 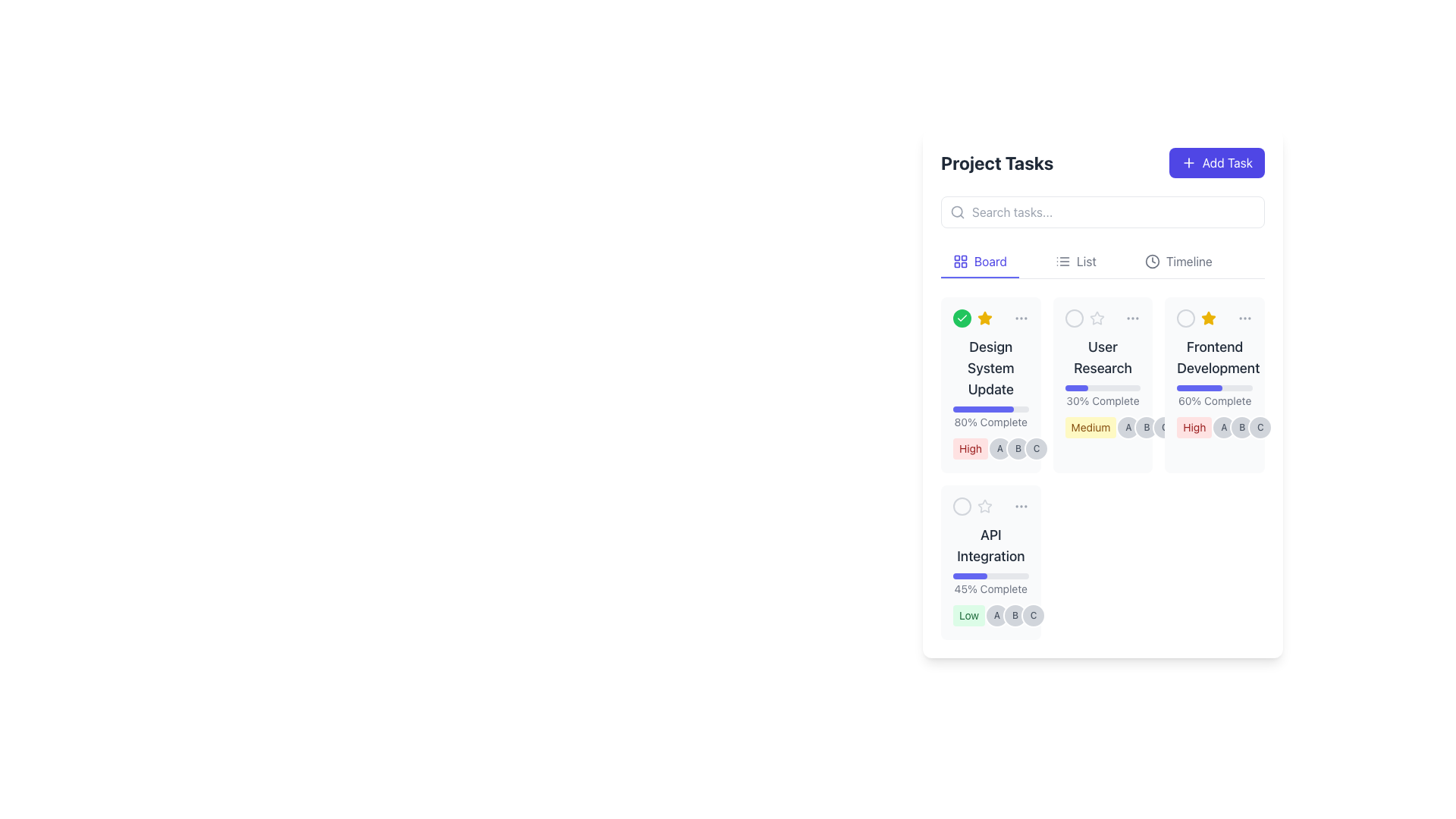 What do you see at coordinates (990, 318) in the screenshot?
I see `the green circle status indicator for the 'Design System Update' task located at the top of the task card` at bounding box center [990, 318].